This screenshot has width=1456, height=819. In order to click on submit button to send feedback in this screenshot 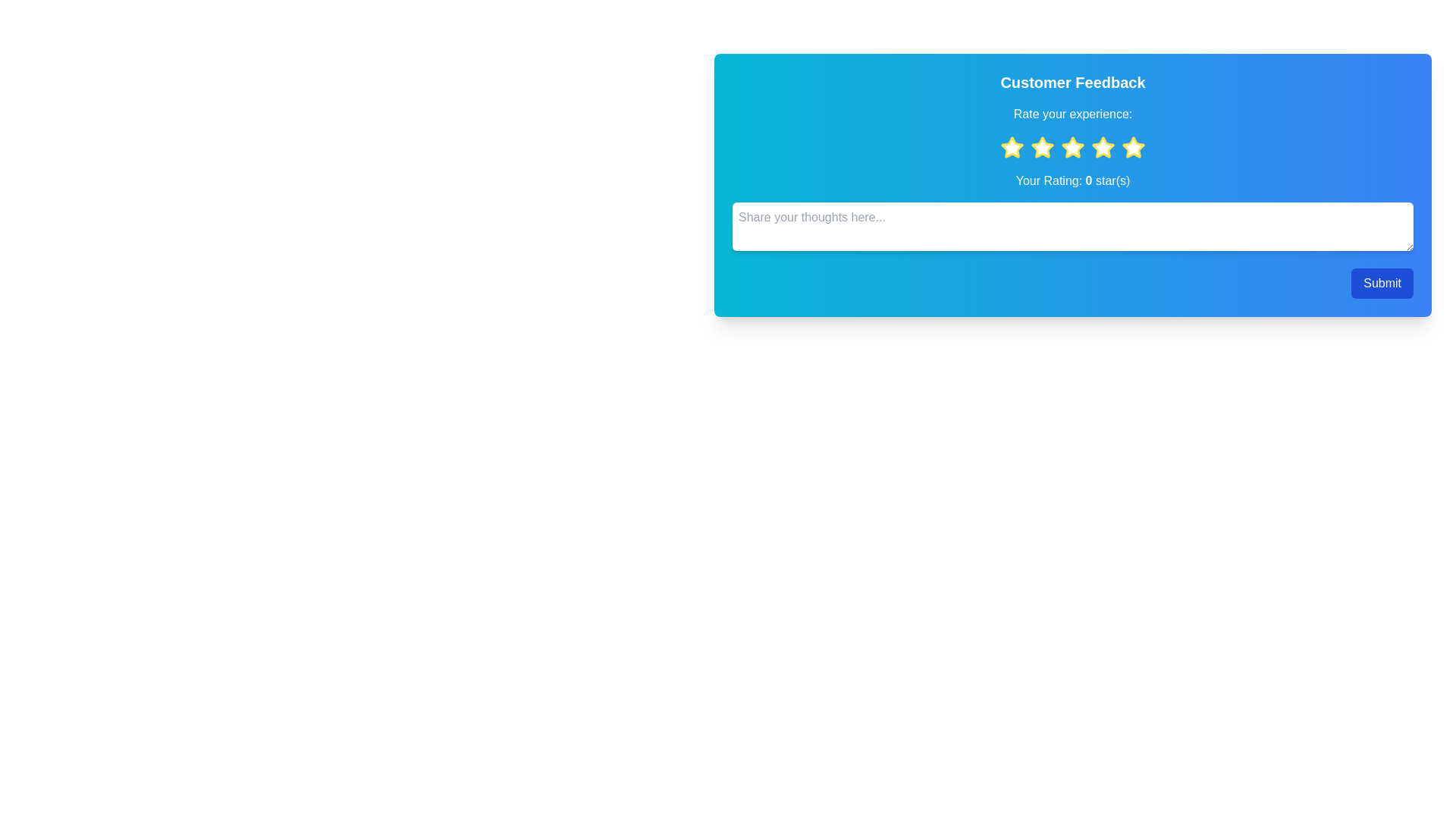, I will do `click(1382, 284)`.